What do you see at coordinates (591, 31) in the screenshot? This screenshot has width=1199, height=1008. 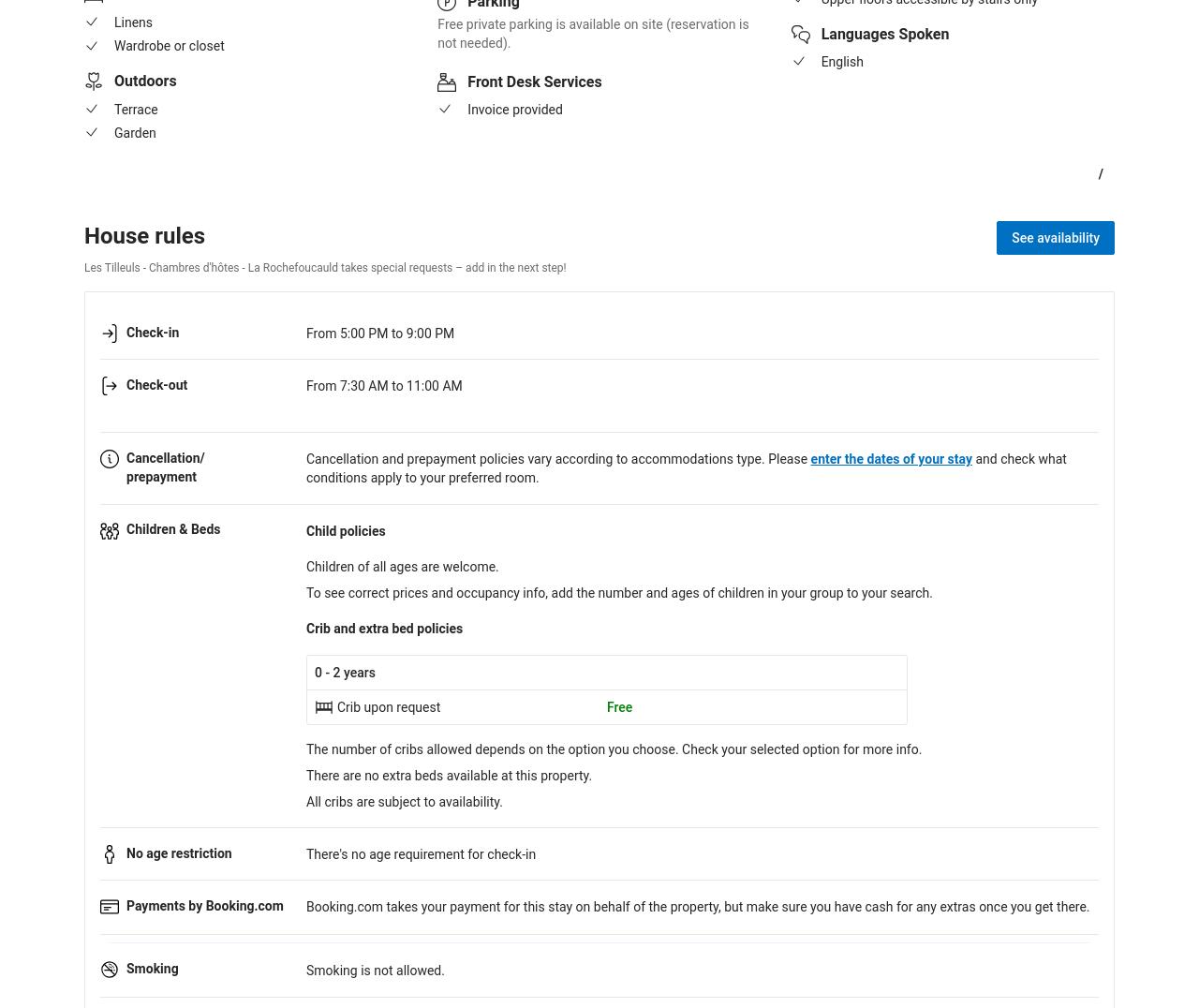 I see `'Free private parking is available on site (reservation is not needed).'` at bounding box center [591, 31].